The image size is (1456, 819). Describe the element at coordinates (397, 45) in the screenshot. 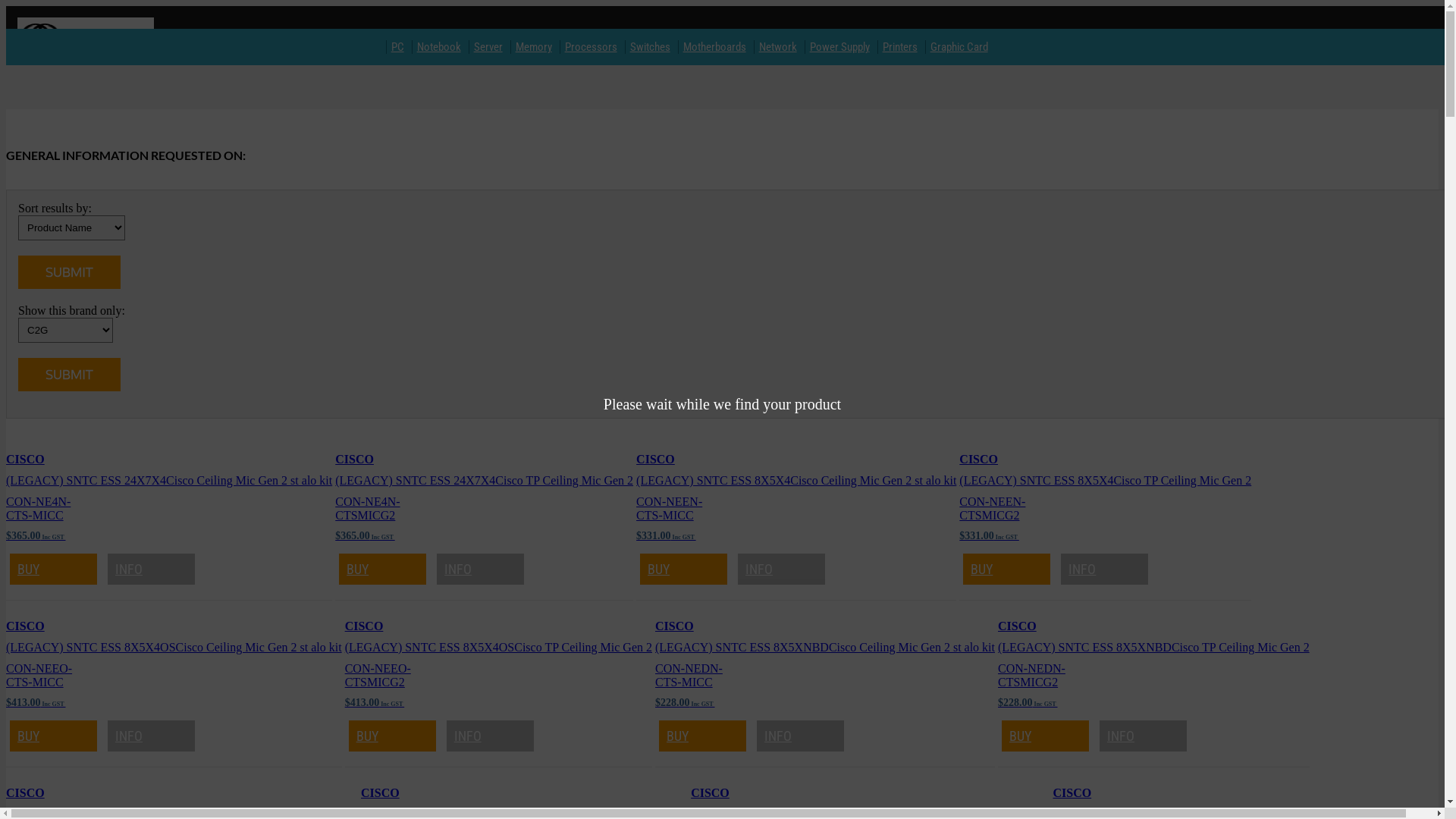

I see `'PC'` at that location.